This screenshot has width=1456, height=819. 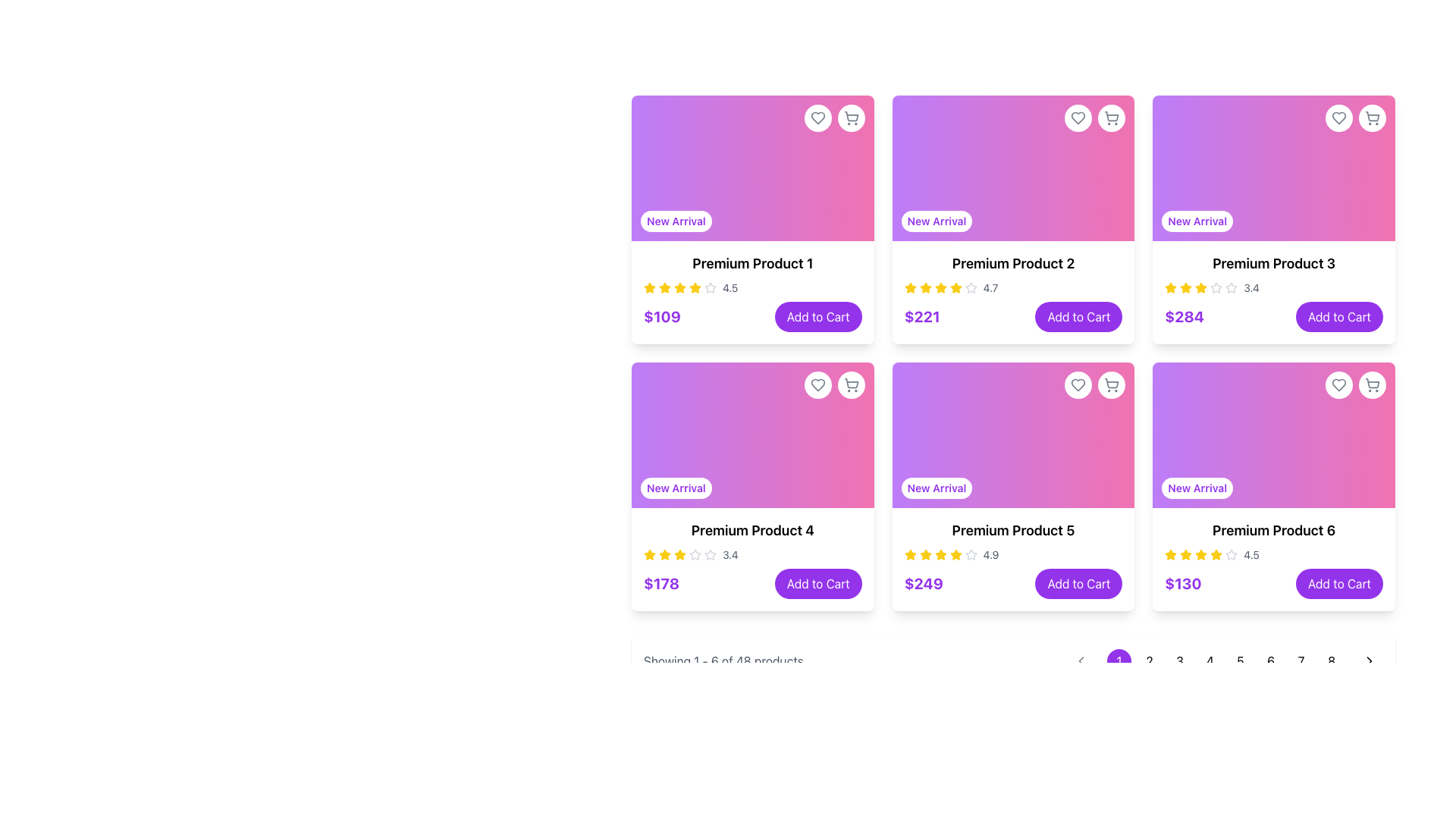 What do you see at coordinates (1225, 660) in the screenshot?
I see `the circular button with the number '4' inside it to trigger its hover effects` at bounding box center [1225, 660].